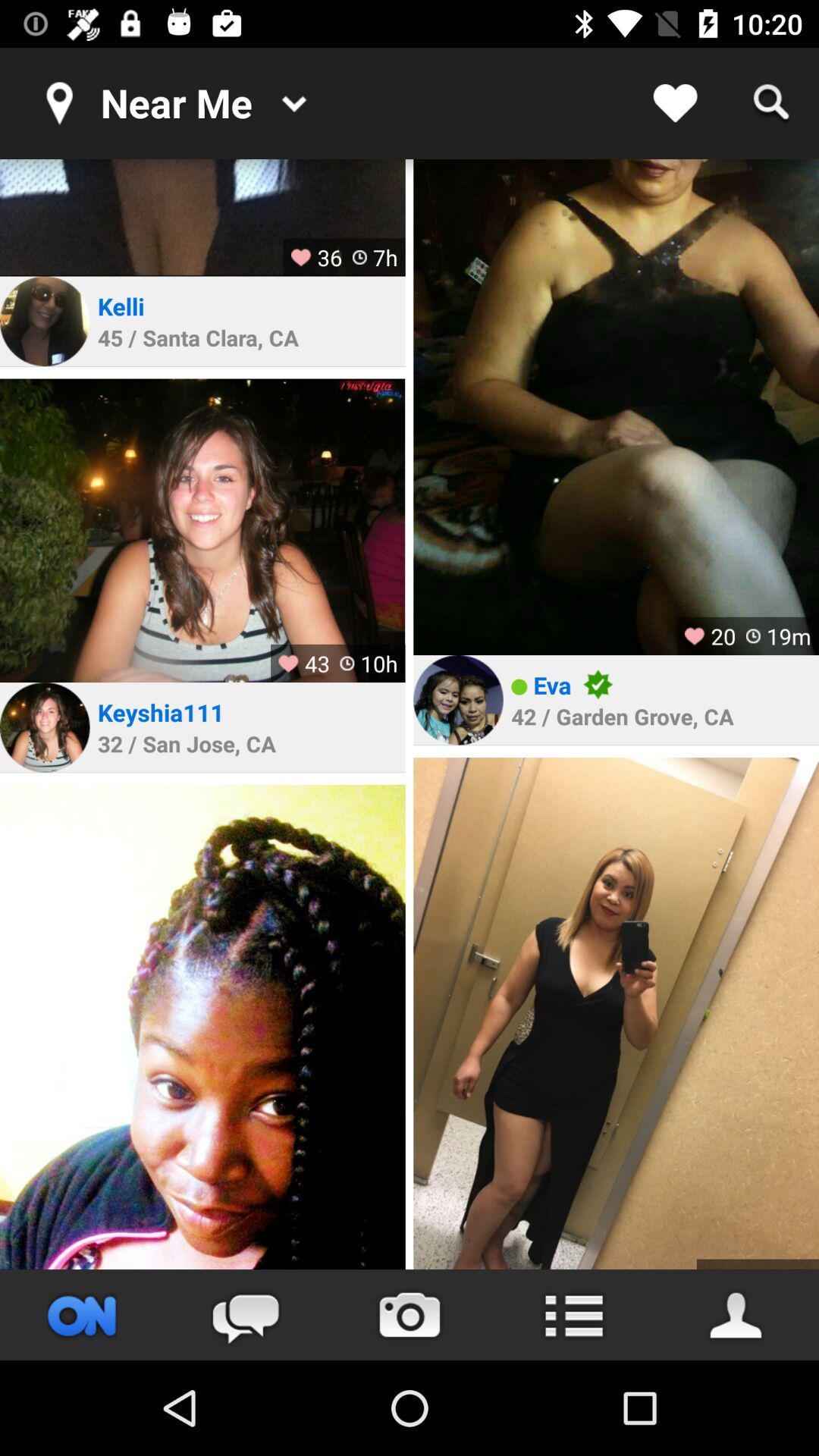  Describe the element at coordinates (616, 1013) in the screenshot. I see `profile` at that location.